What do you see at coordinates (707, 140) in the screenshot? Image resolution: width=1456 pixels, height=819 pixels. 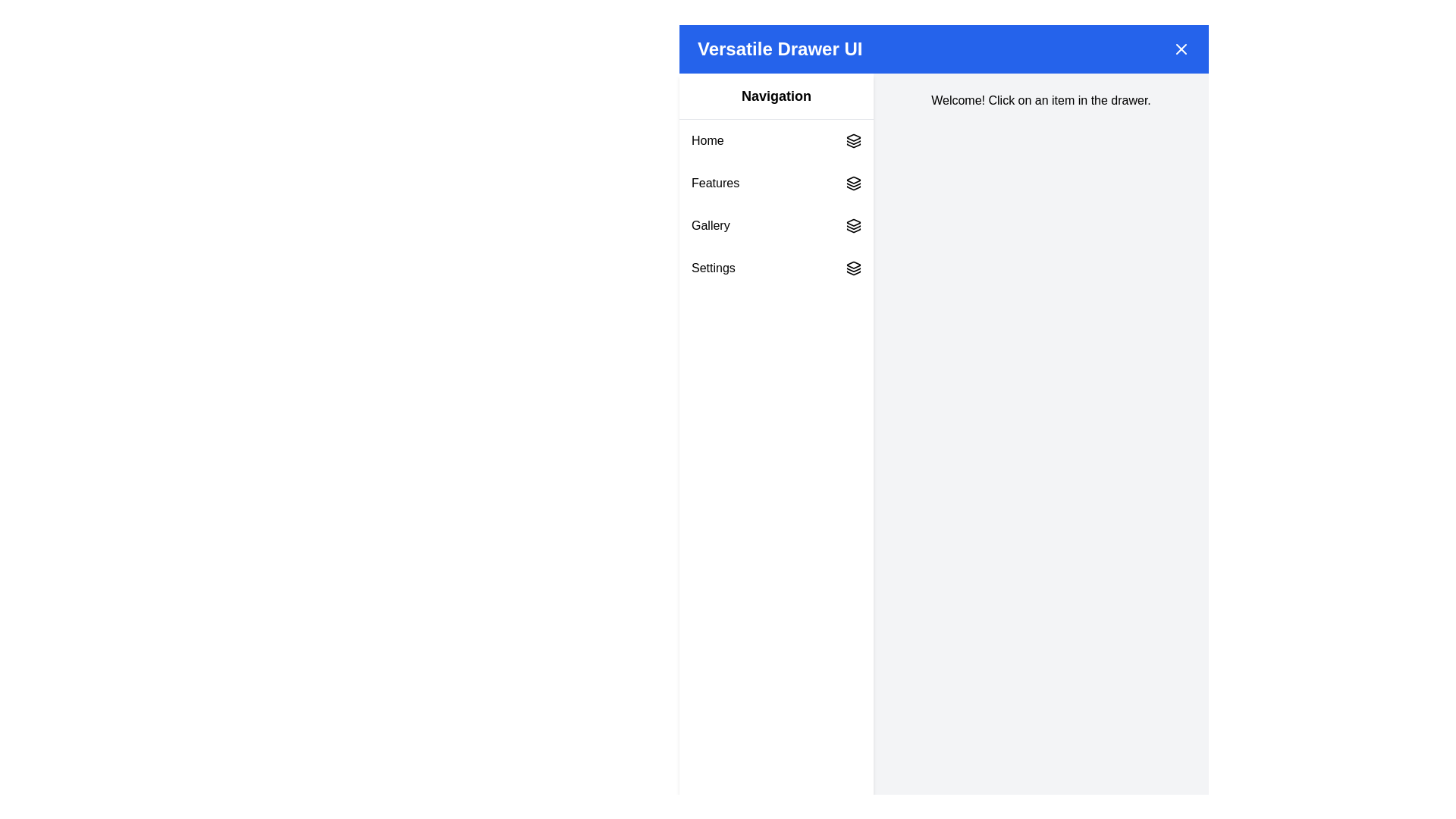 I see `the 'Home' text label element in the vertical navigation menu, which is styled in a standard sans-serif font and positioned at the top of the list` at bounding box center [707, 140].